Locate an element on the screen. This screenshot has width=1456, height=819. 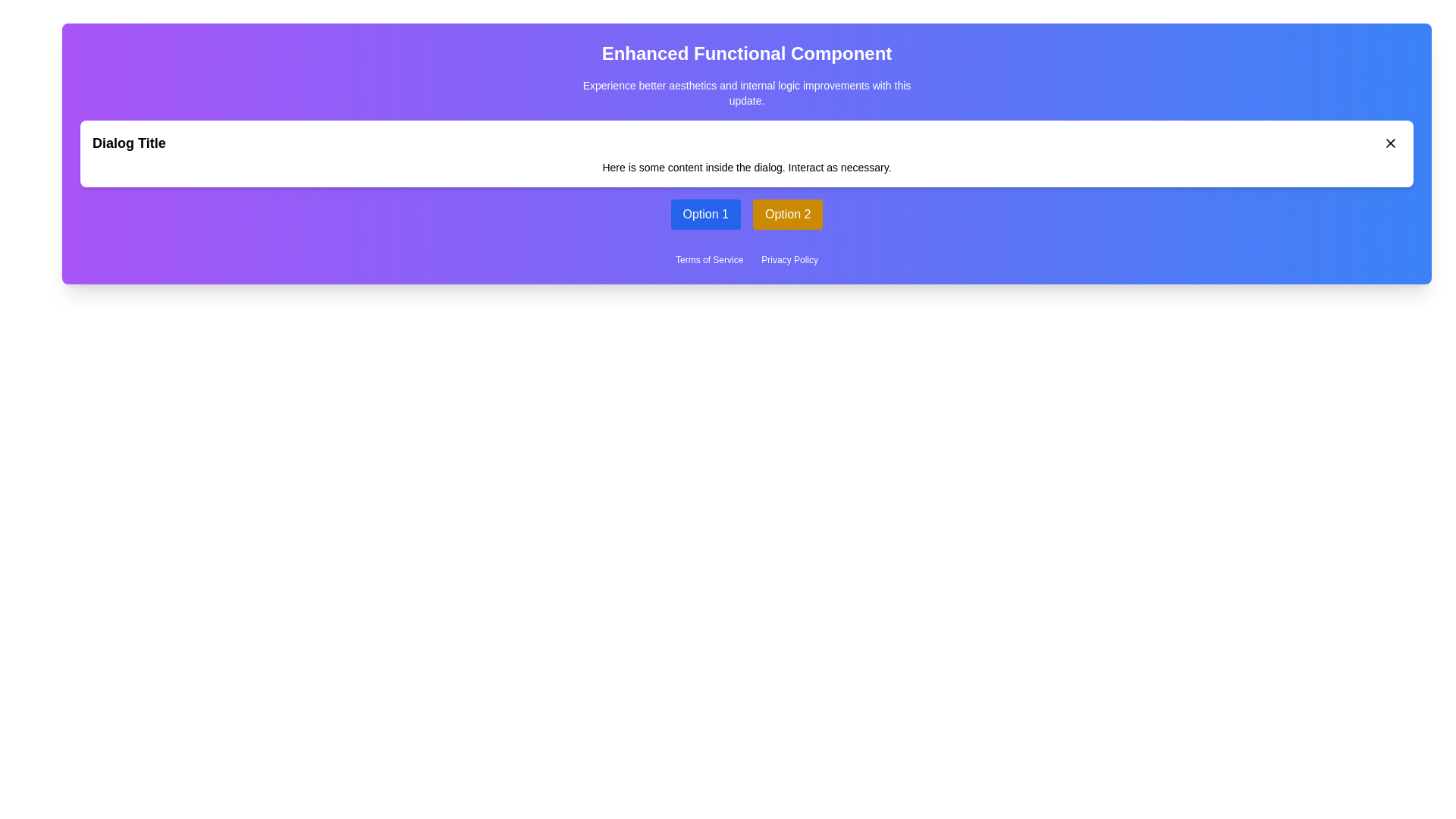
the close icon located in the top-right corner of the dialog box is located at coordinates (1390, 143).